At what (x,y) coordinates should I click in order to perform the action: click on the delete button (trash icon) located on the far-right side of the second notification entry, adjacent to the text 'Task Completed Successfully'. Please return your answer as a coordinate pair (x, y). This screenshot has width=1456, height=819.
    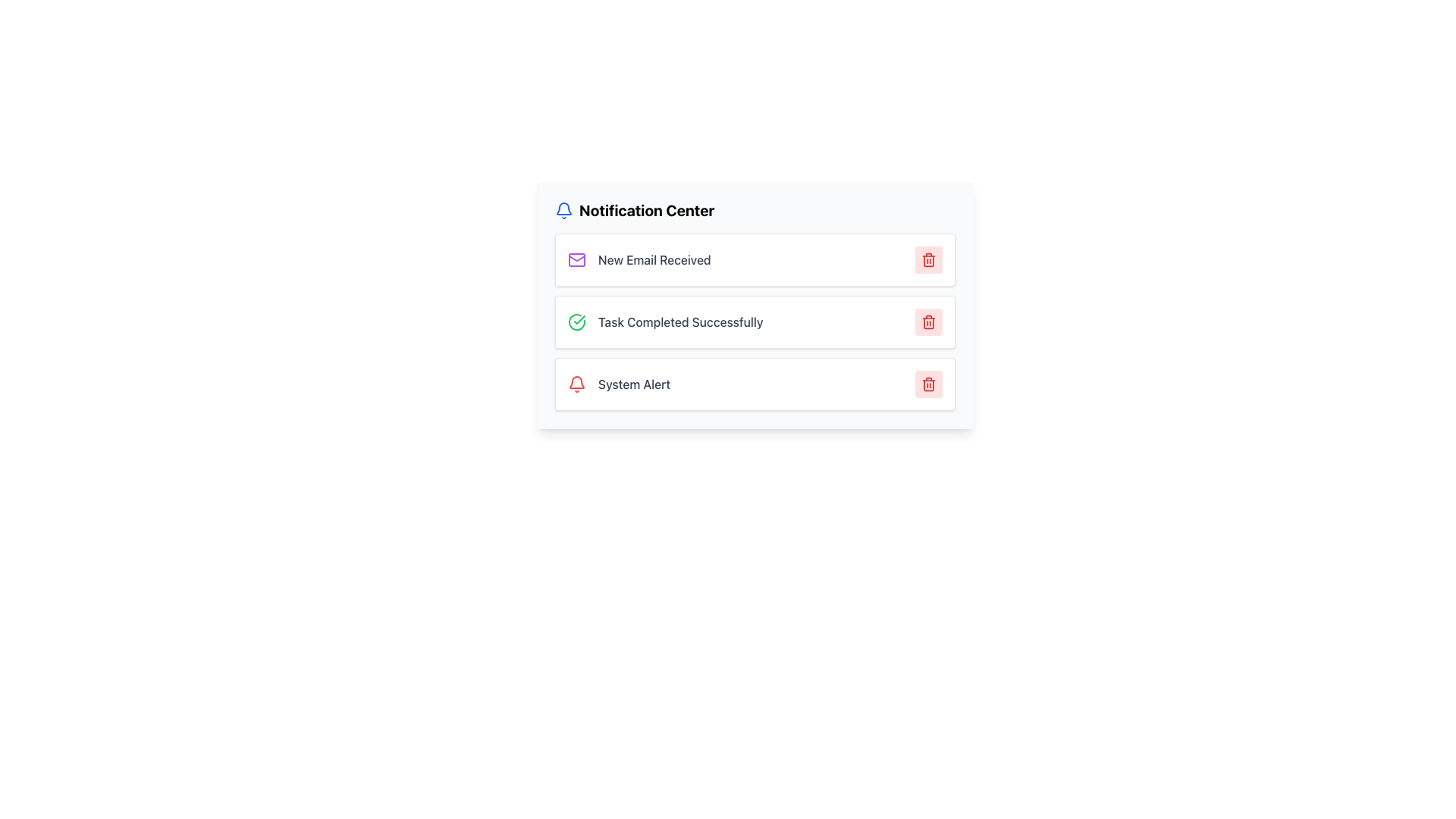
    Looking at the image, I should click on (927, 321).